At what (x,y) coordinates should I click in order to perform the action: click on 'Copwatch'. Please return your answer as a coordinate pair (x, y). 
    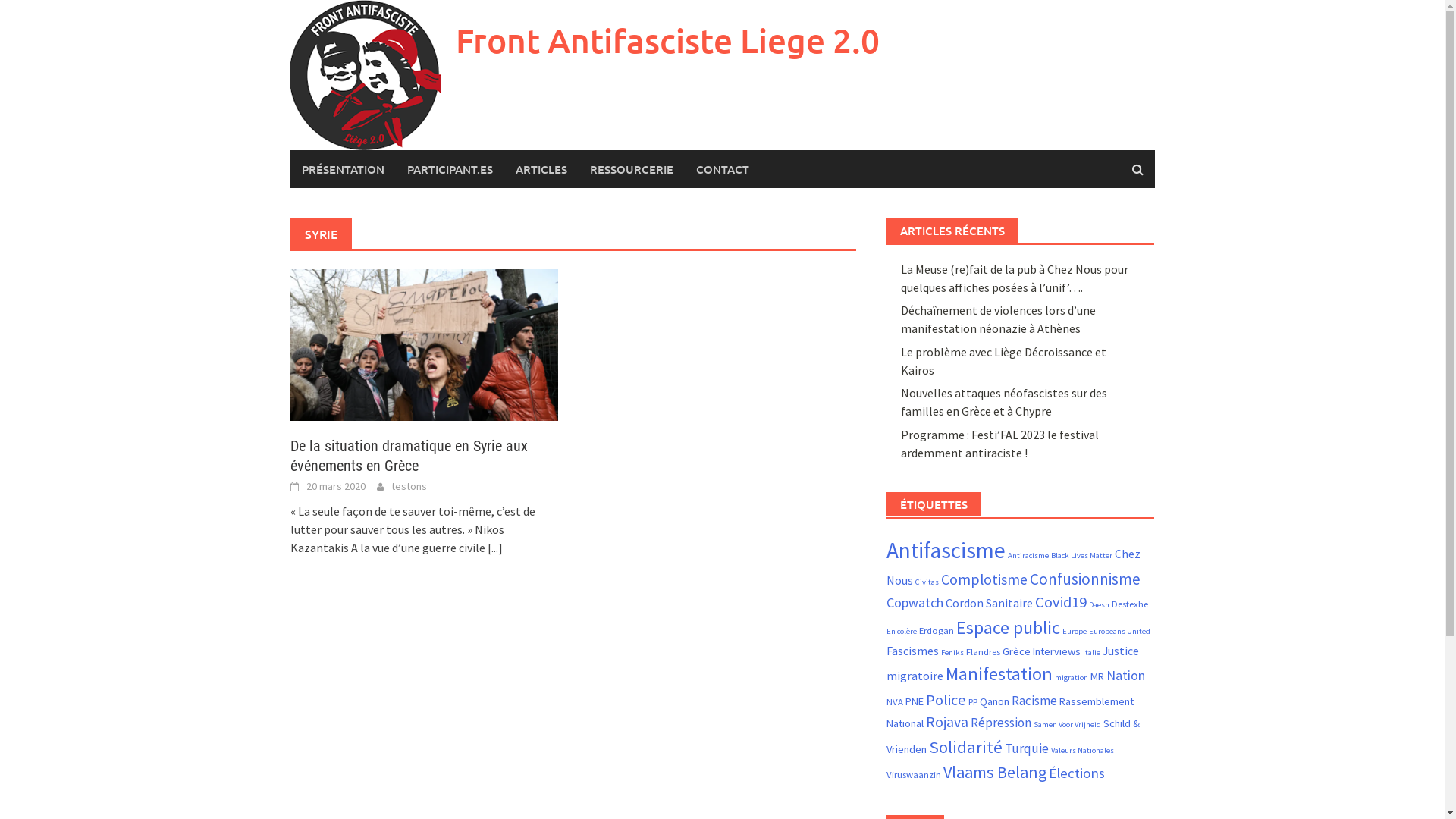
    Looking at the image, I should click on (914, 601).